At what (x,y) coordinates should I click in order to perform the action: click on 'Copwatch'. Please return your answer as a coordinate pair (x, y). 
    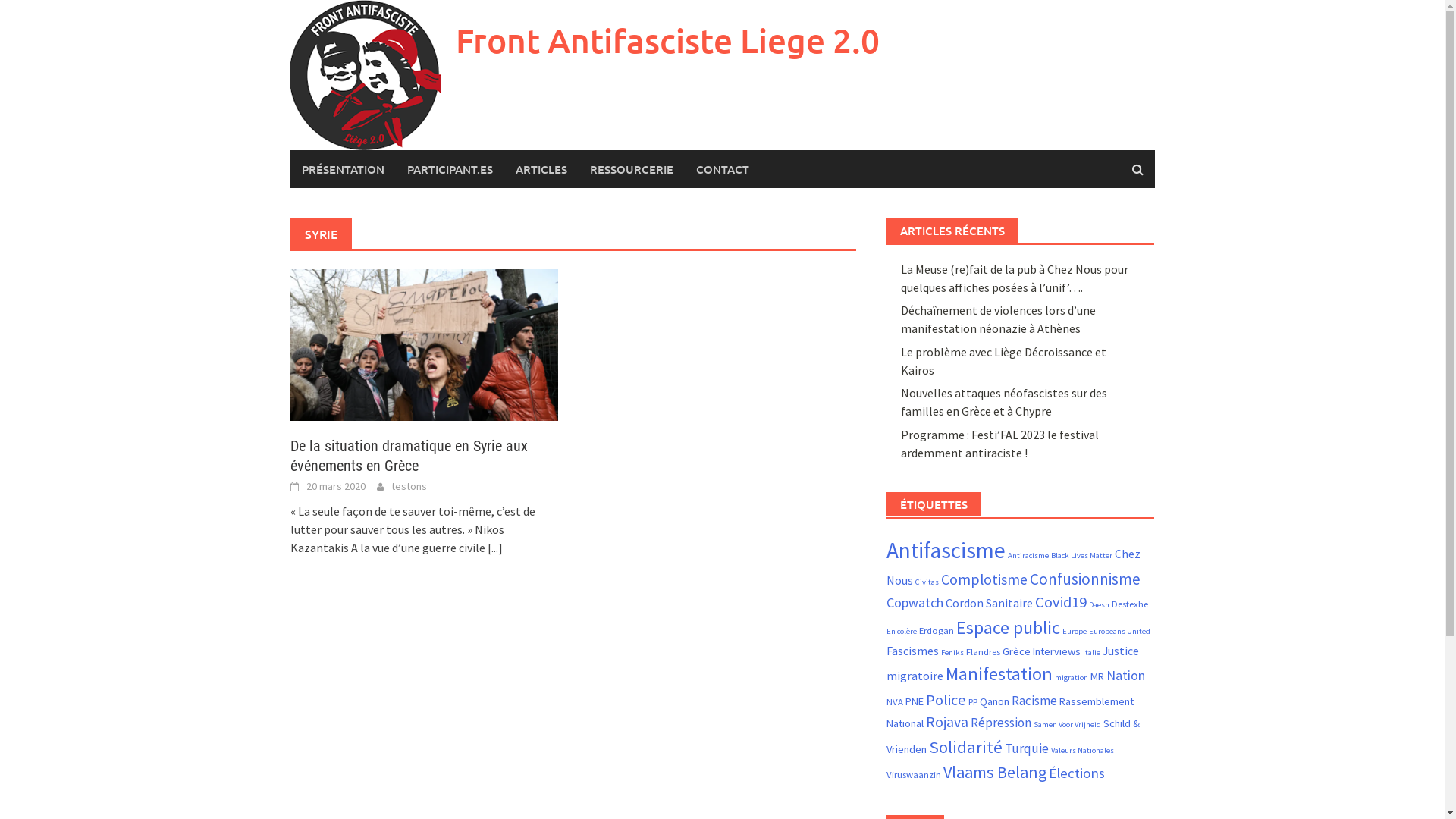
    Looking at the image, I should click on (914, 601).